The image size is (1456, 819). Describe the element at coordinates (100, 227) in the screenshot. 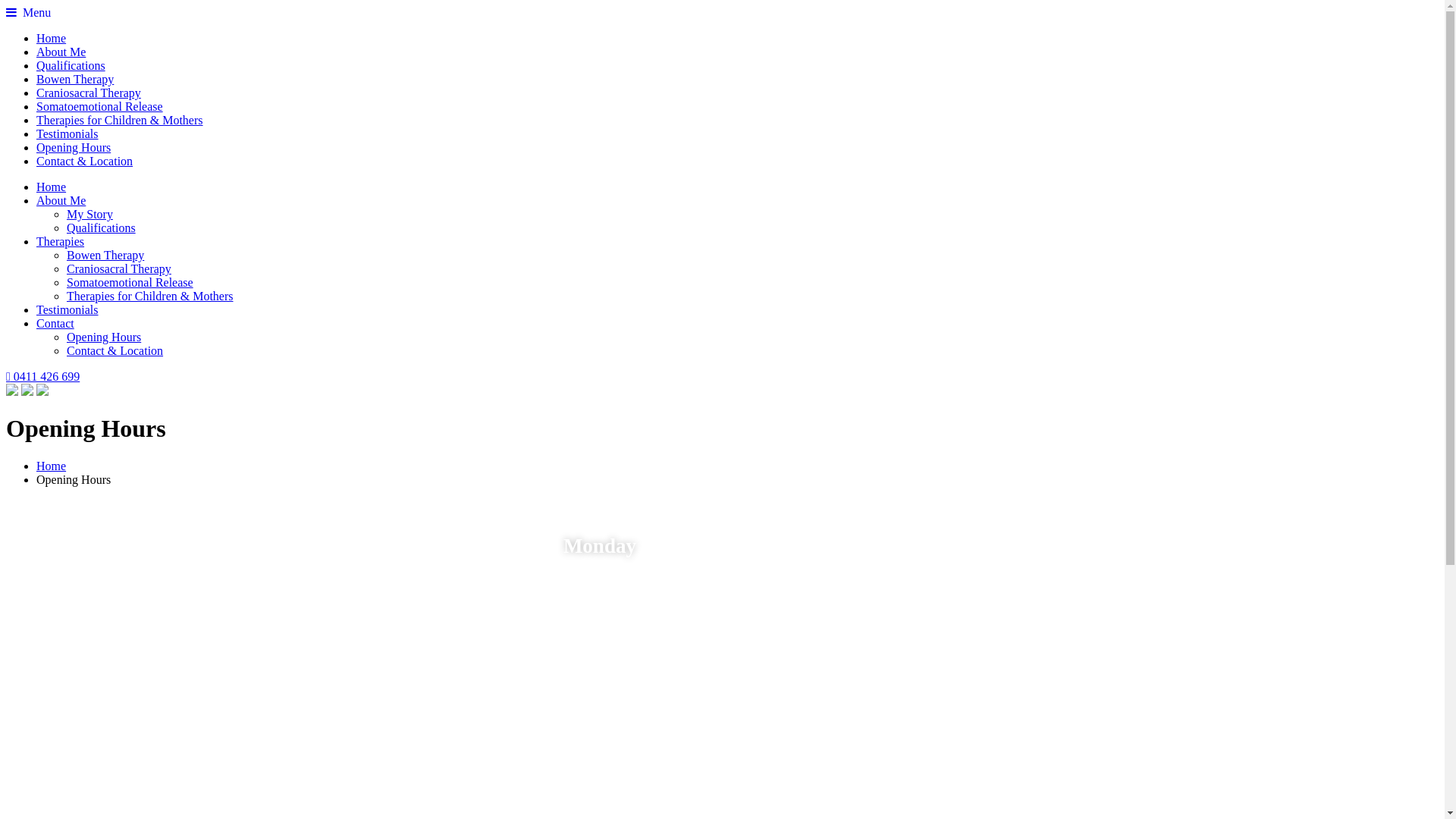

I see `'Qualifications'` at that location.